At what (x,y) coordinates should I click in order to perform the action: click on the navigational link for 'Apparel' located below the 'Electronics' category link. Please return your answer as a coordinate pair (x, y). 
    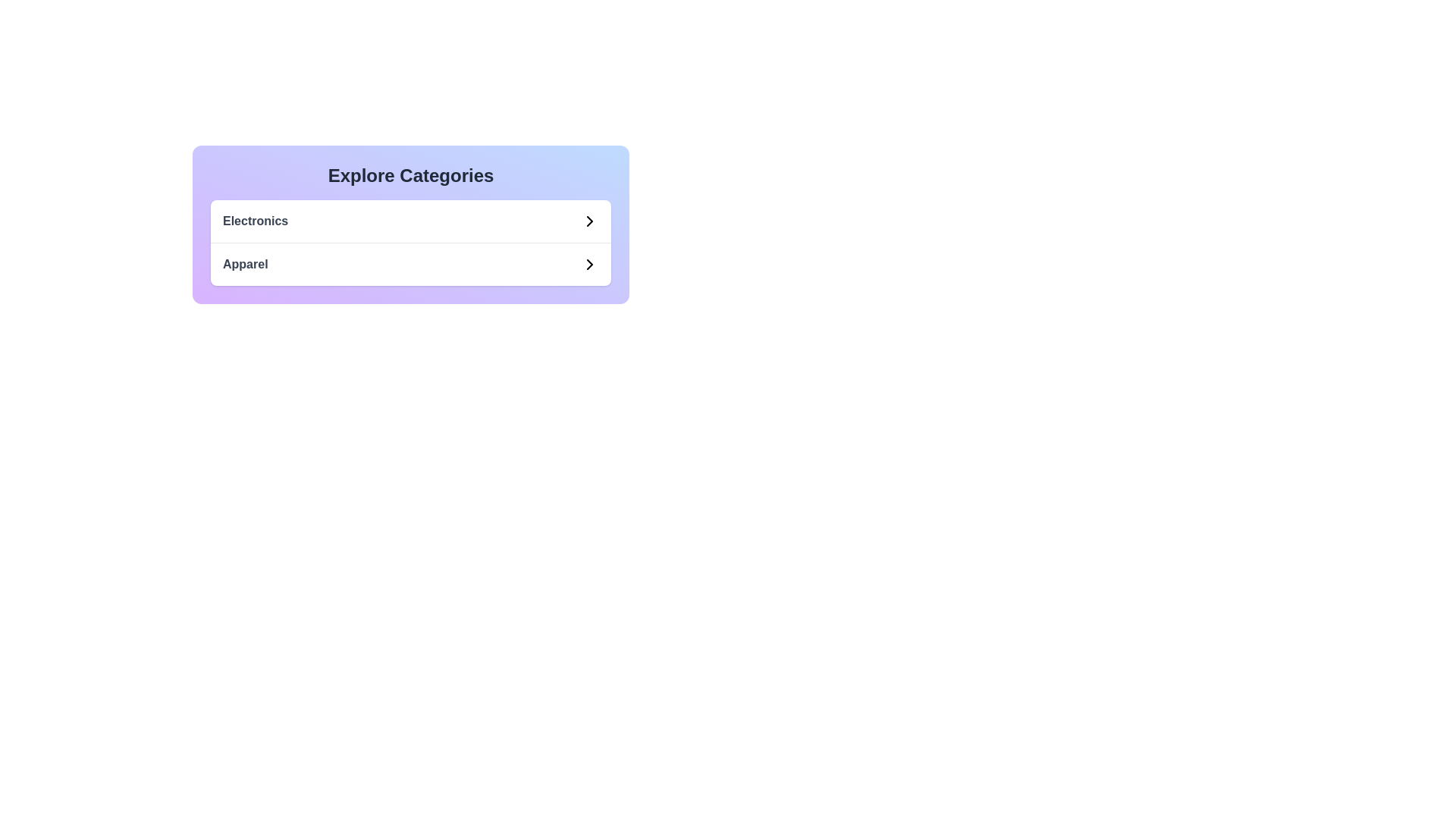
    Looking at the image, I should click on (411, 263).